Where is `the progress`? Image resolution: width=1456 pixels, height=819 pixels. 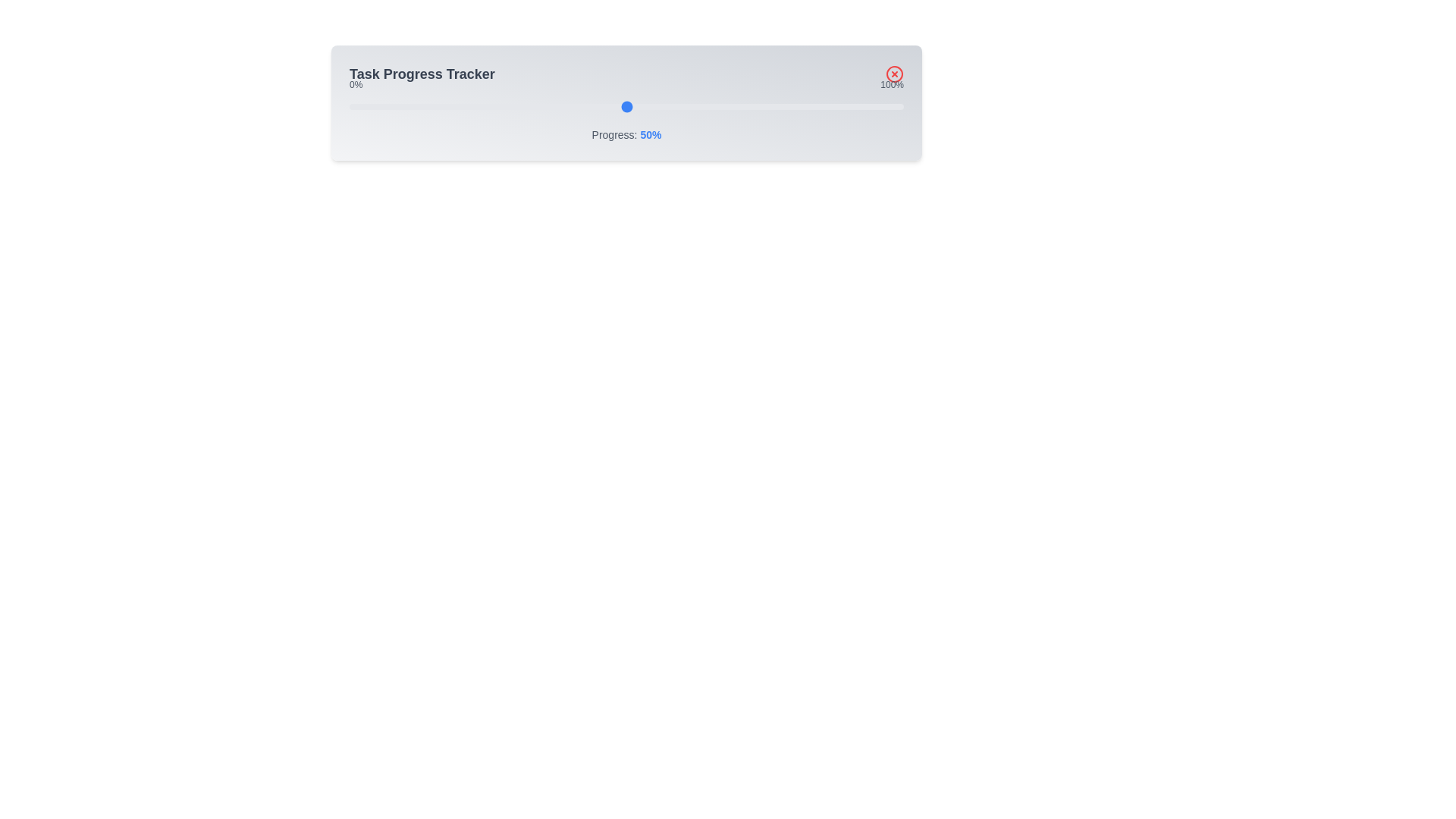 the progress is located at coordinates (431, 106).